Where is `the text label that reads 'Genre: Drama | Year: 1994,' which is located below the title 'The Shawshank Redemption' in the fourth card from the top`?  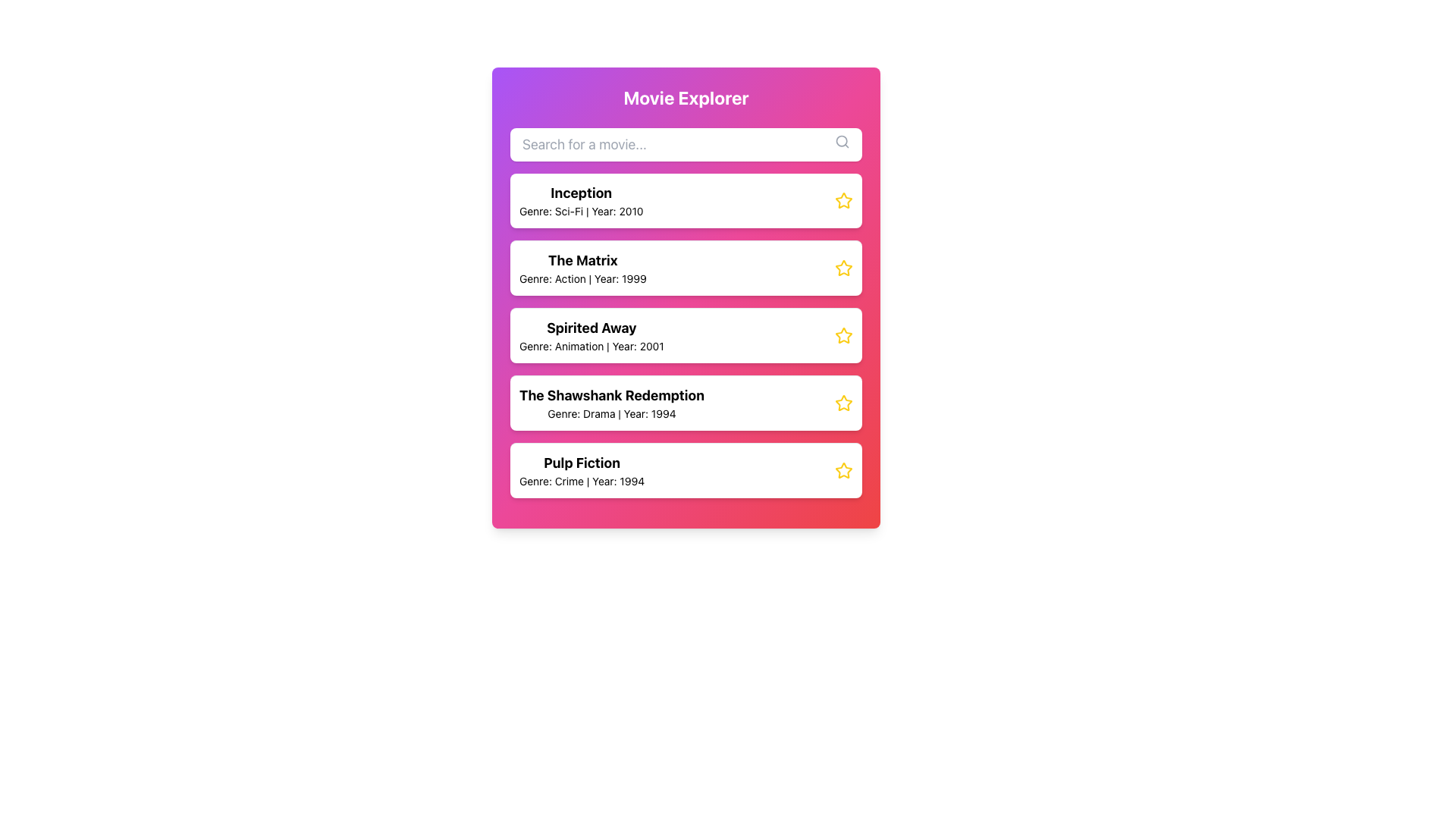
the text label that reads 'Genre: Drama | Year: 1994,' which is located below the title 'The Shawshank Redemption' in the fourth card from the top is located at coordinates (611, 414).